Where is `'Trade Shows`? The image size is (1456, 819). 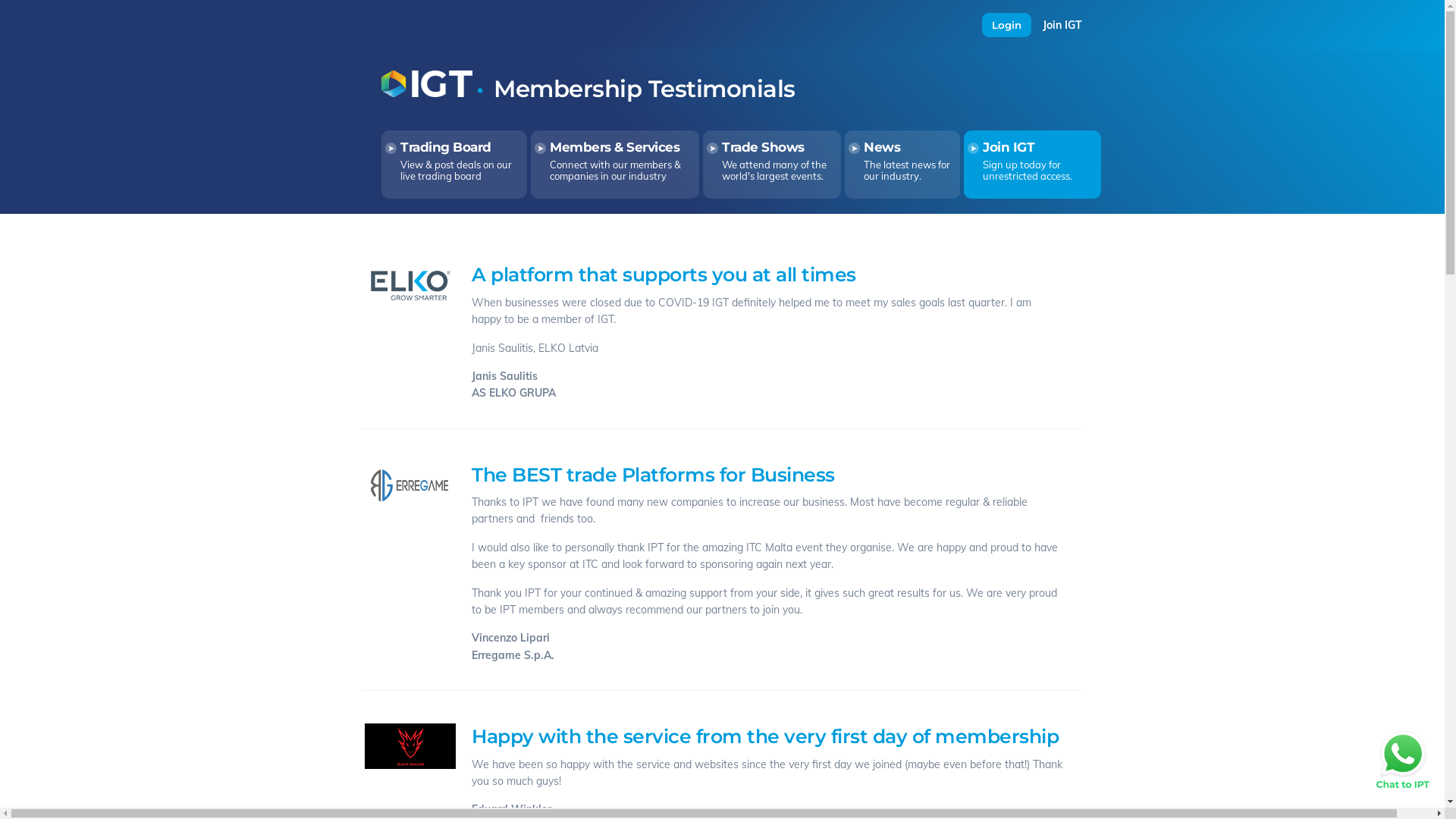 'Trade Shows is located at coordinates (771, 164).